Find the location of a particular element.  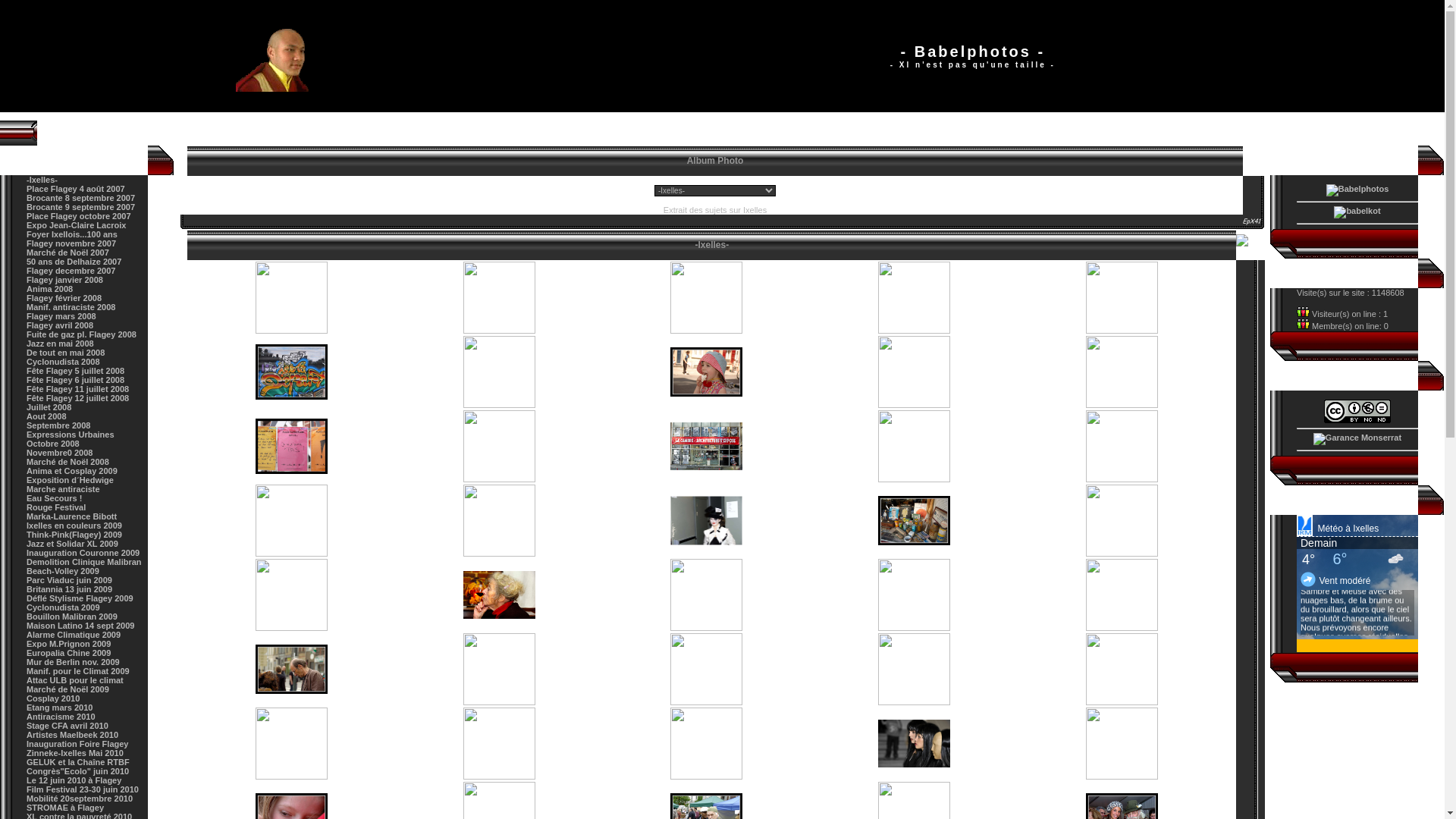

'Cyclonudista 2008' is located at coordinates (62, 362).